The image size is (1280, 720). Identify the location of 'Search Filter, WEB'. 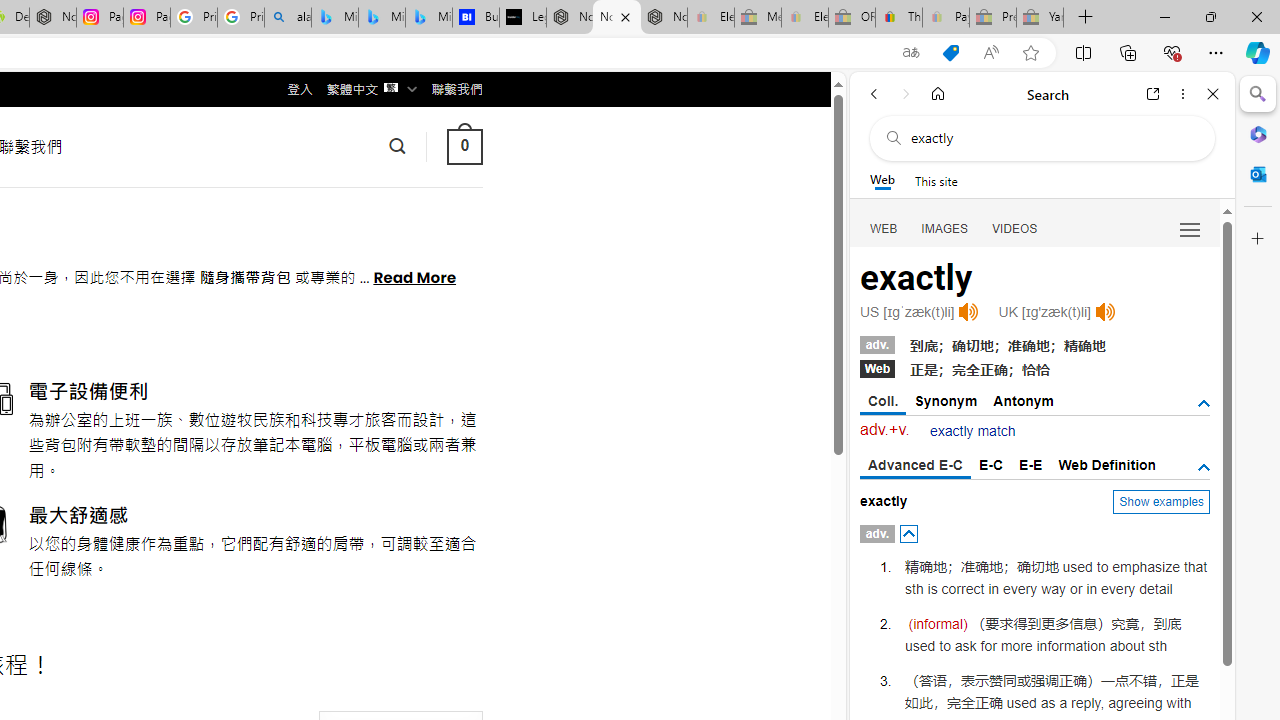
(883, 227).